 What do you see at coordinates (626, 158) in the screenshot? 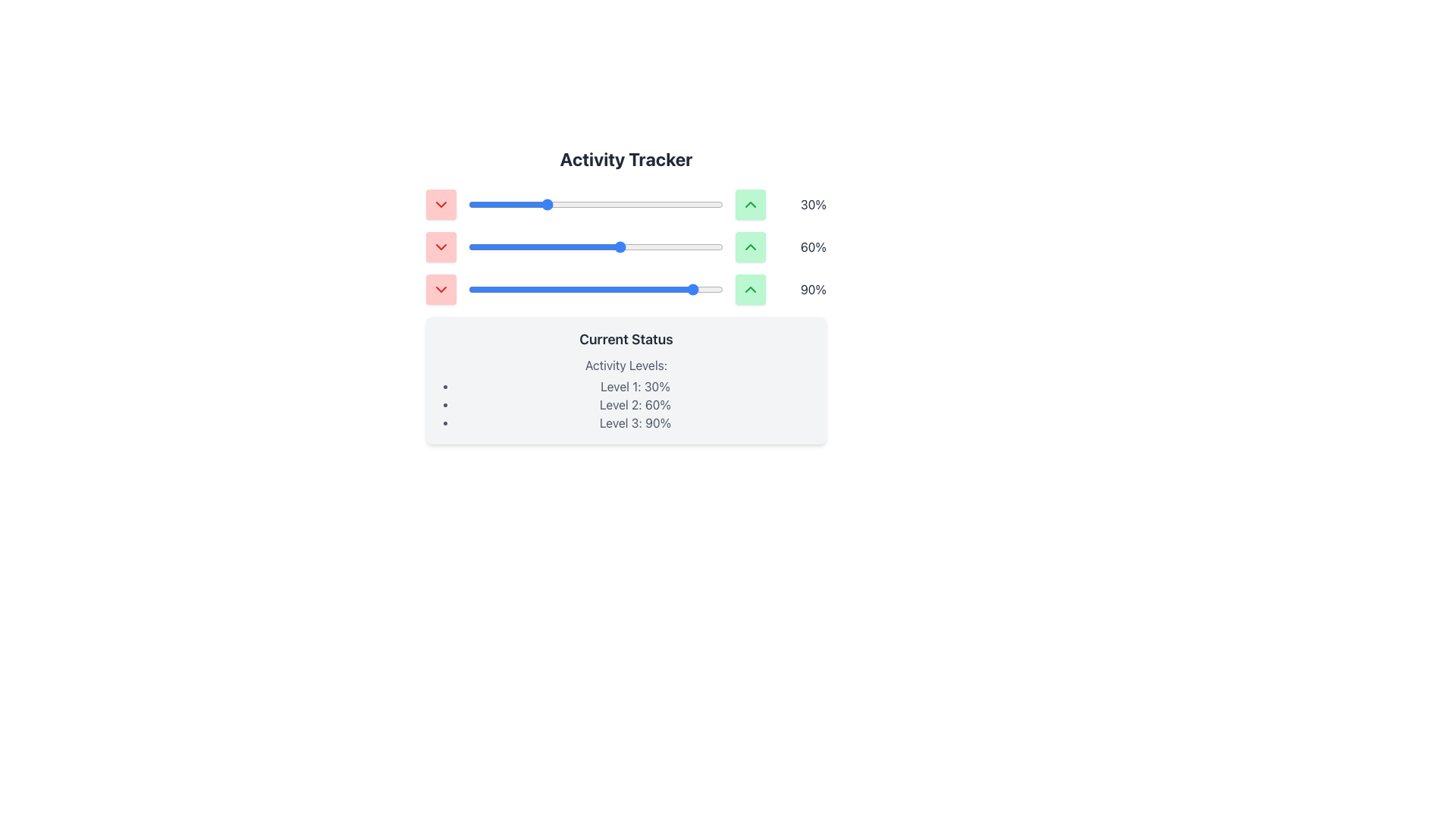
I see `the 'Activity Tracker' text header` at bounding box center [626, 158].